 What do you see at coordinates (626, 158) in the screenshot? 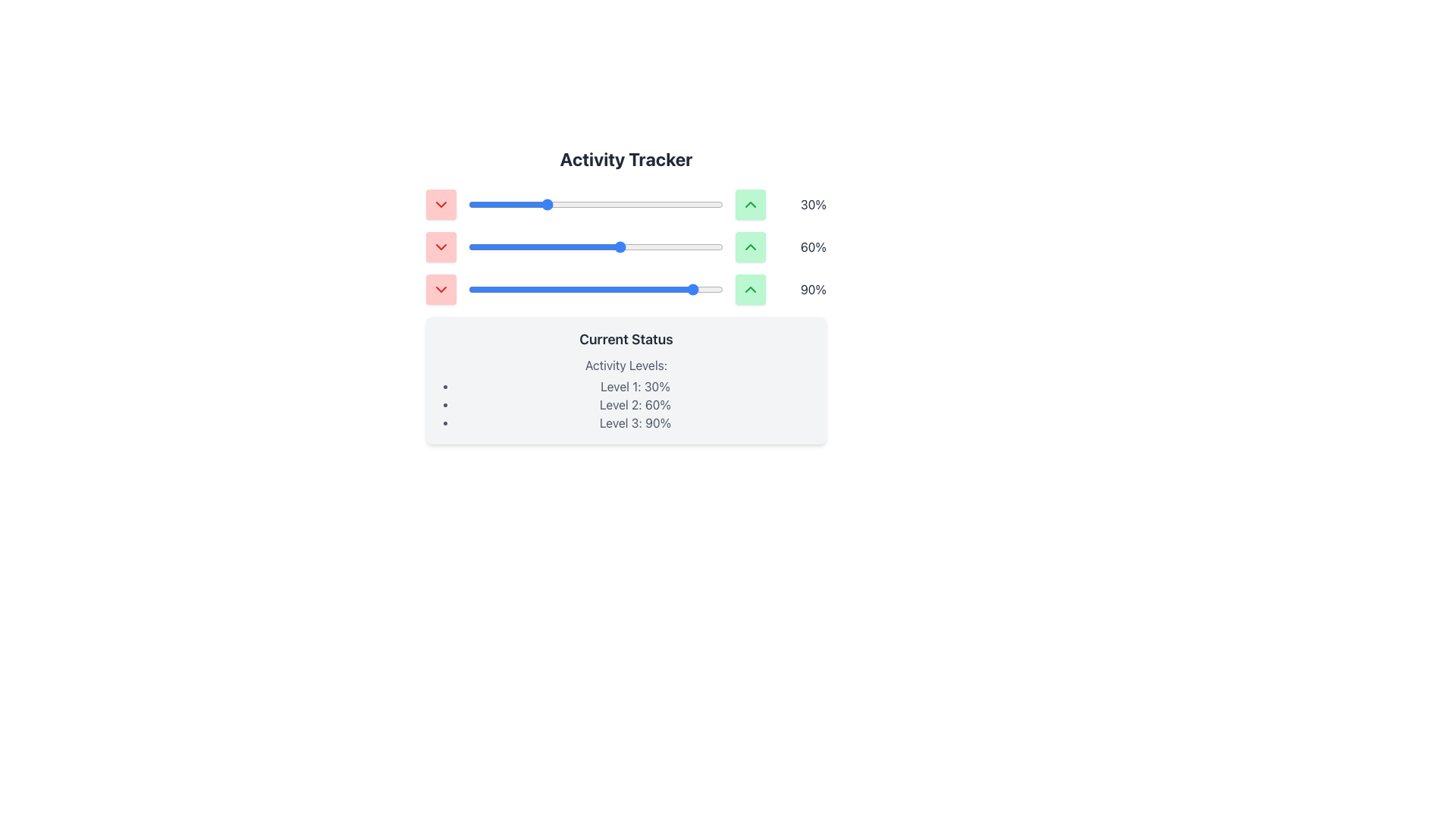
I see `the 'Activity Tracker' text header` at bounding box center [626, 158].